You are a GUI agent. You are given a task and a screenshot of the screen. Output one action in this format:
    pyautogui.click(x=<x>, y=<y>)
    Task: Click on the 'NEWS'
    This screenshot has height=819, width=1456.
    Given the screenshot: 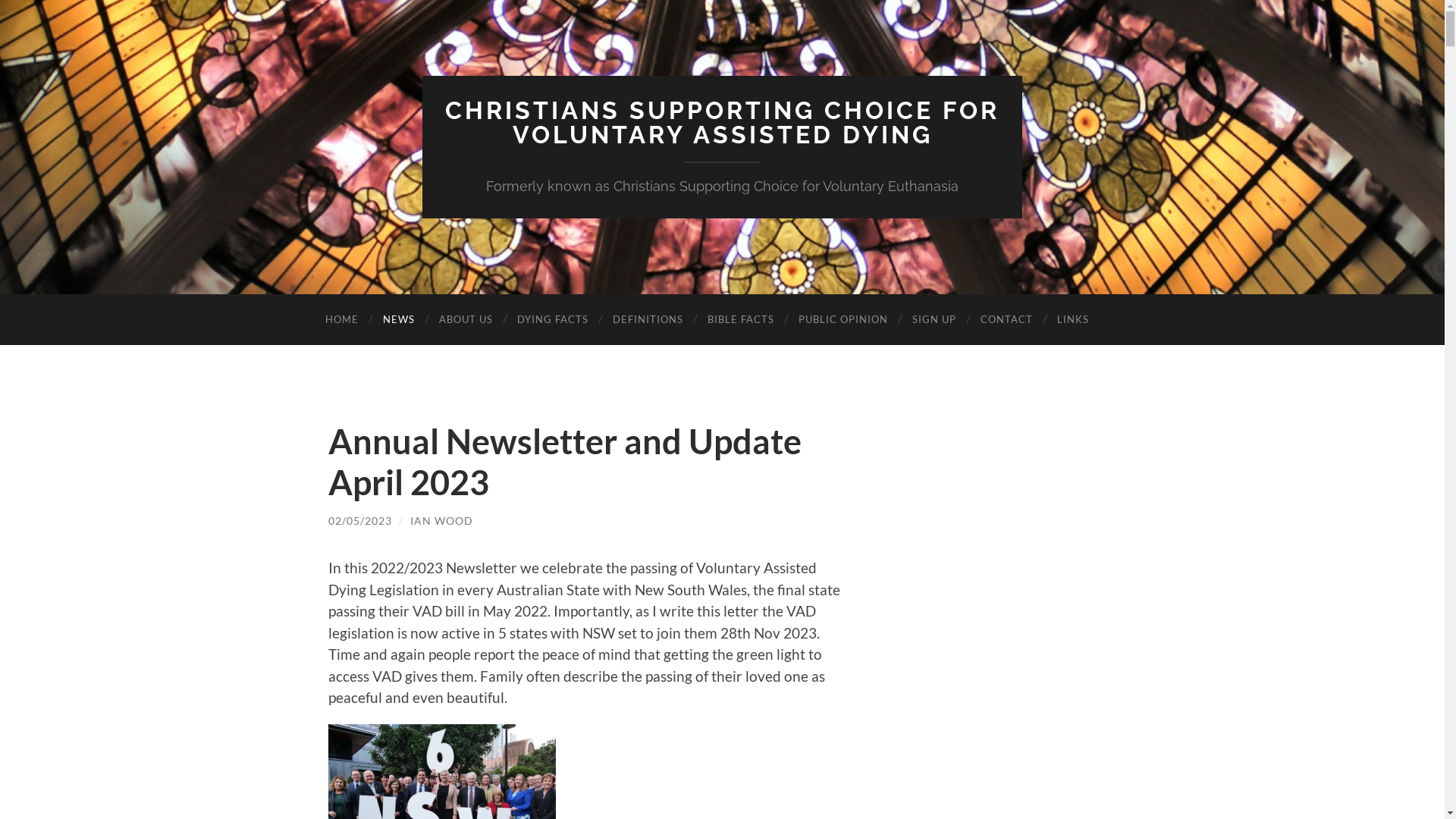 What is the action you would take?
    pyautogui.click(x=397, y=318)
    